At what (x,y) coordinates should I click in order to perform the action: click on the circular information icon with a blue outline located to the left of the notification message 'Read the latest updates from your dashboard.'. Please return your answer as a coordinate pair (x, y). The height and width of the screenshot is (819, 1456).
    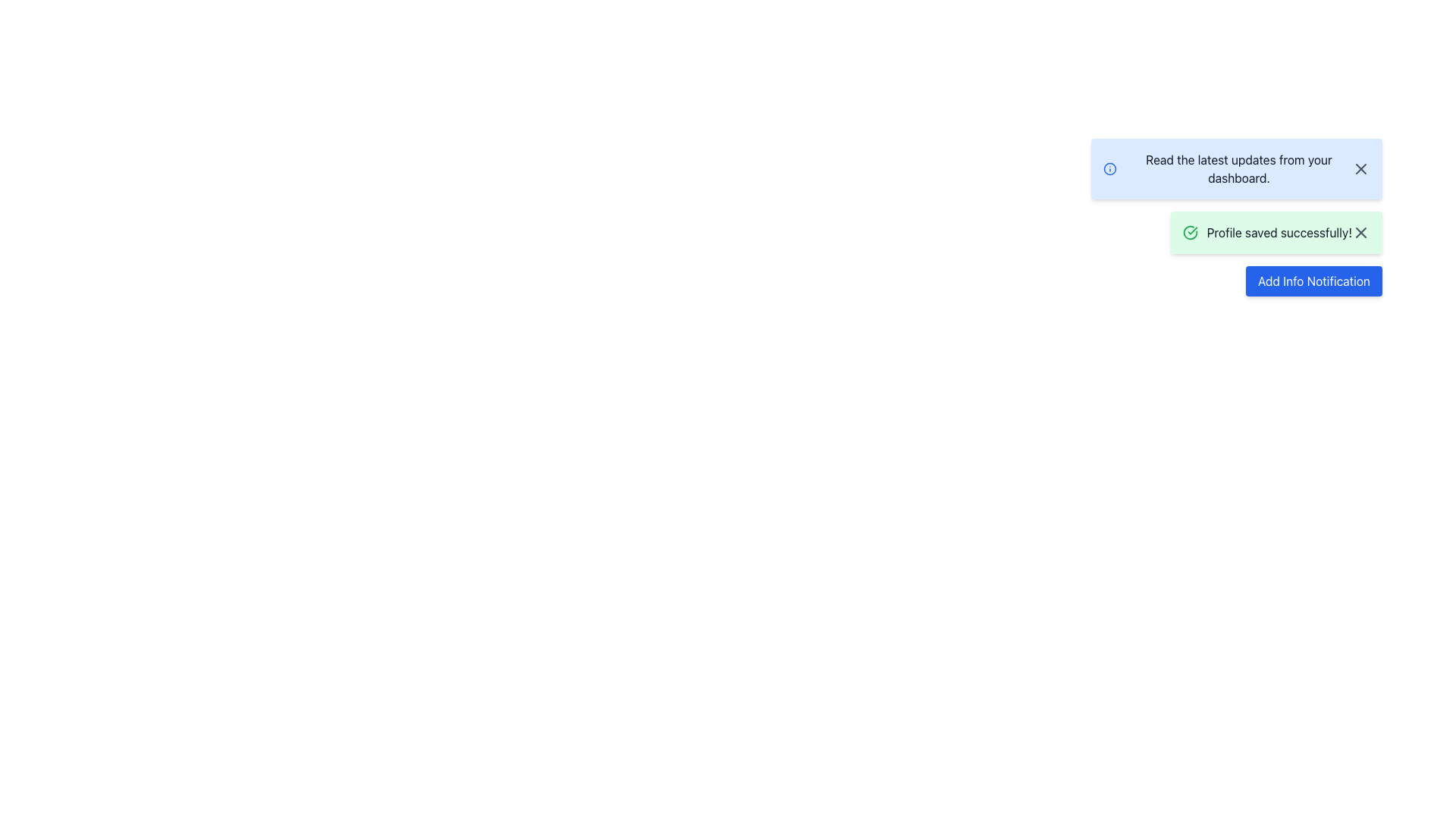
    Looking at the image, I should click on (1110, 169).